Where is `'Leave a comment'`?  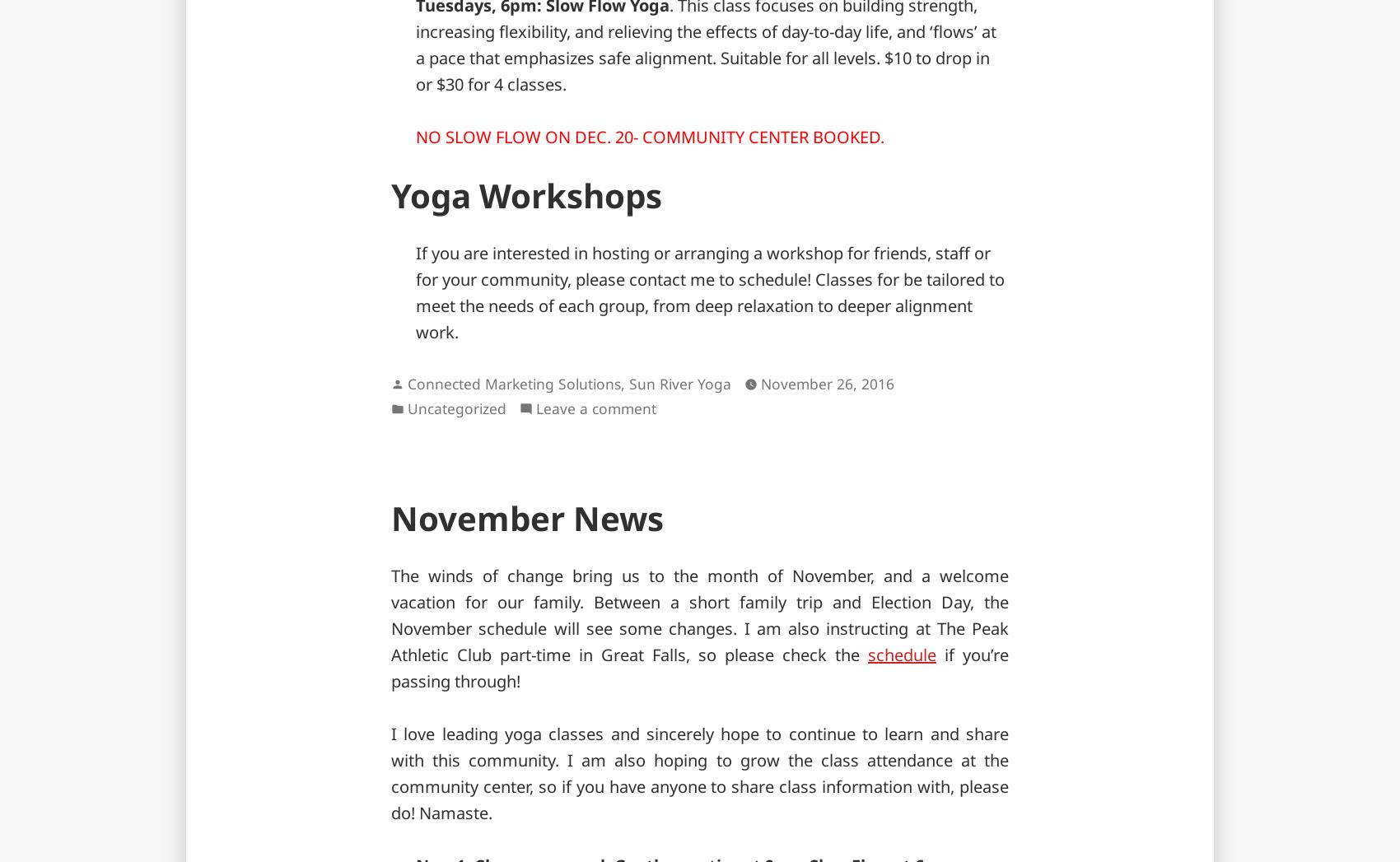
'Leave a comment' is located at coordinates (596, 407).